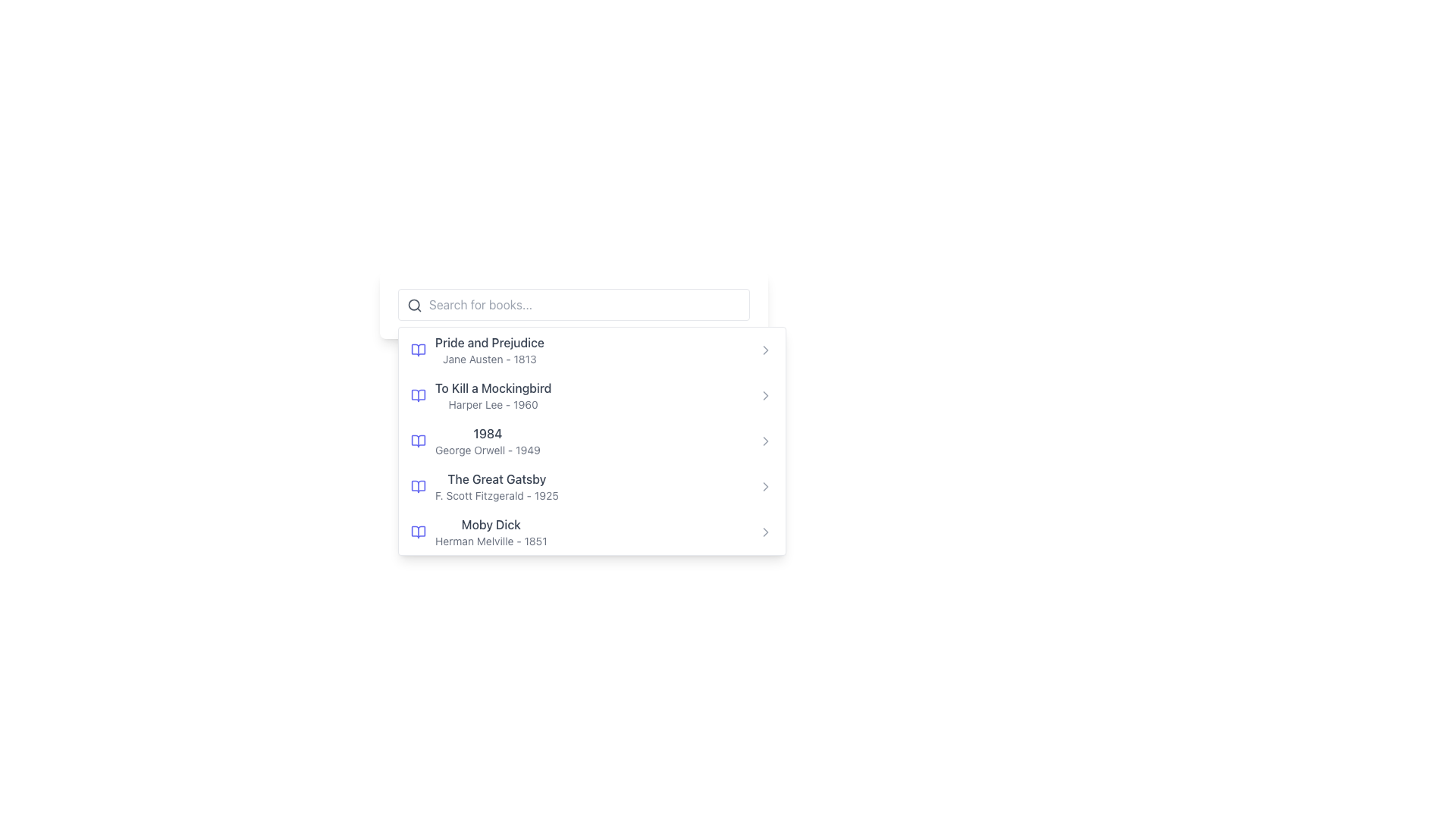  Describe the element at coordinates (488, 441) in the screenshot. I see `the book item displaying its title, author, and publication year in the dropdown panel` at that location.